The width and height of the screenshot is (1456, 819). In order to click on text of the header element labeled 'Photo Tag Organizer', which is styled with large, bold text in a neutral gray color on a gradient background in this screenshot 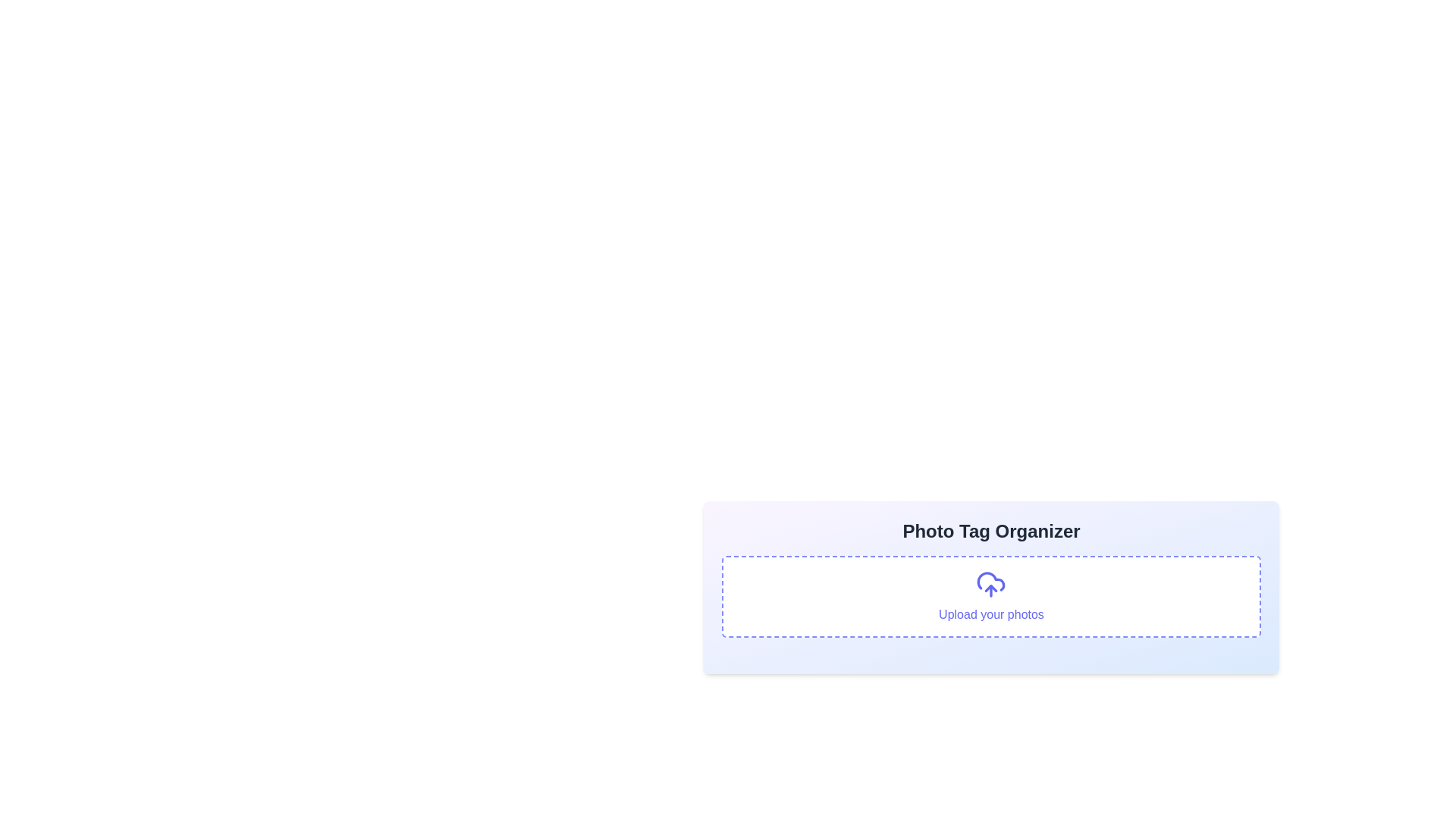, I will do `click(991, 531)`.